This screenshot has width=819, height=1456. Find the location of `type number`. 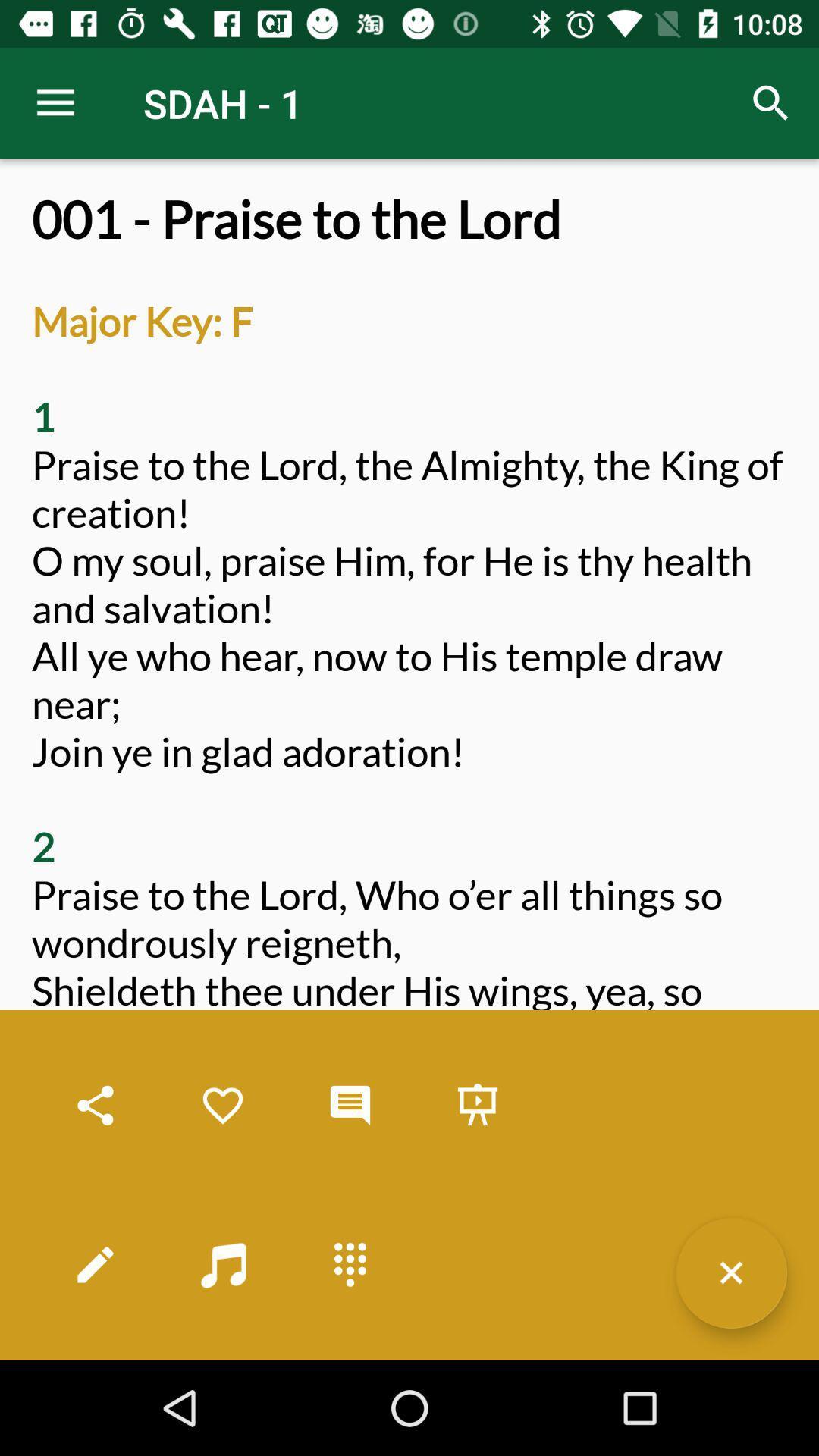

type number is located at coordinates (350, 1264).